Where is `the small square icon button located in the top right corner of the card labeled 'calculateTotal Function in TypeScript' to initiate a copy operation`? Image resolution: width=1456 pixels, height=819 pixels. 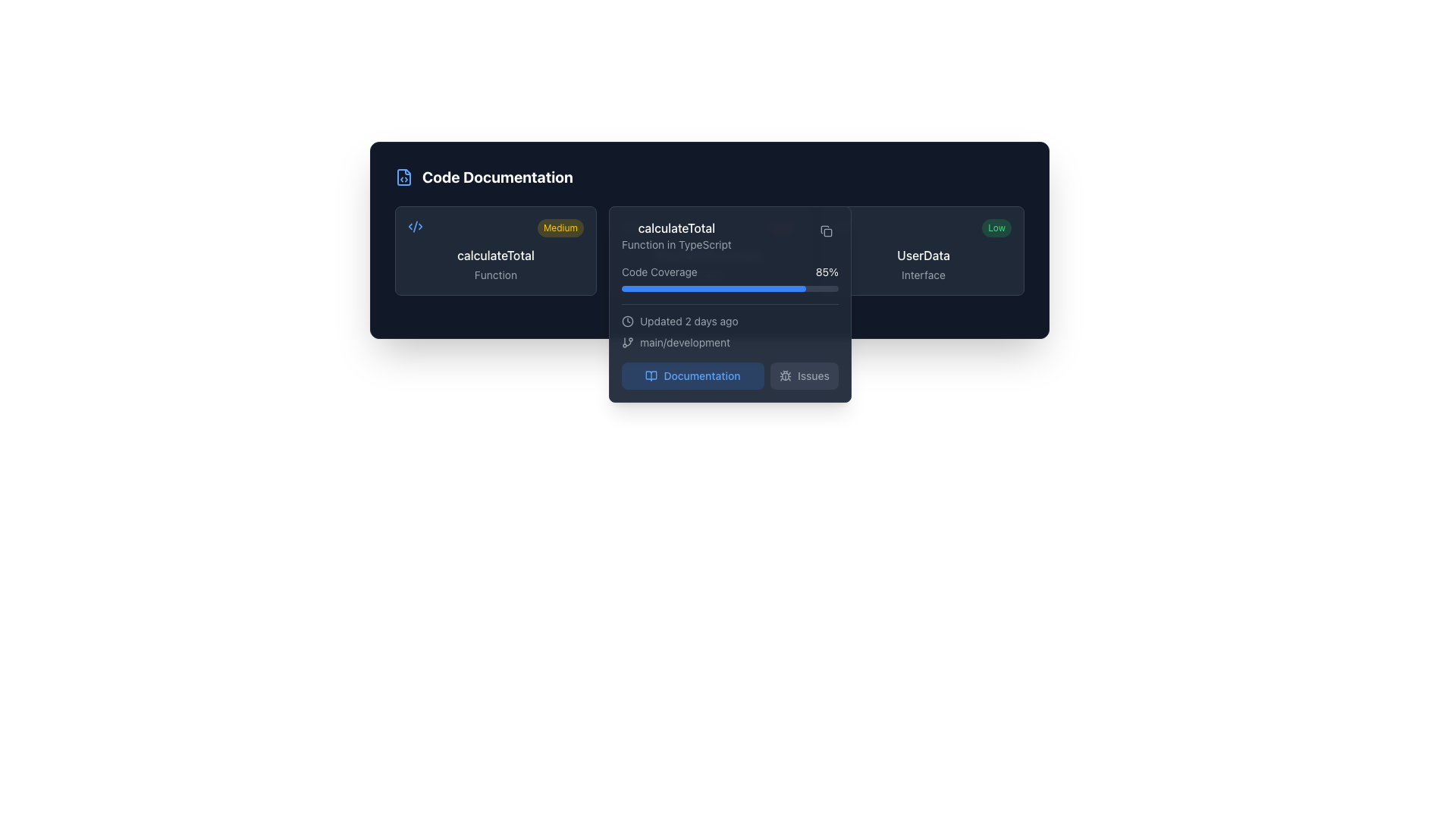
the small square icon button located in the top right corner of the card labeled 'calculateTotal Function in TypeScript' to initiate a copy operation is located at coordinates (825, 231).